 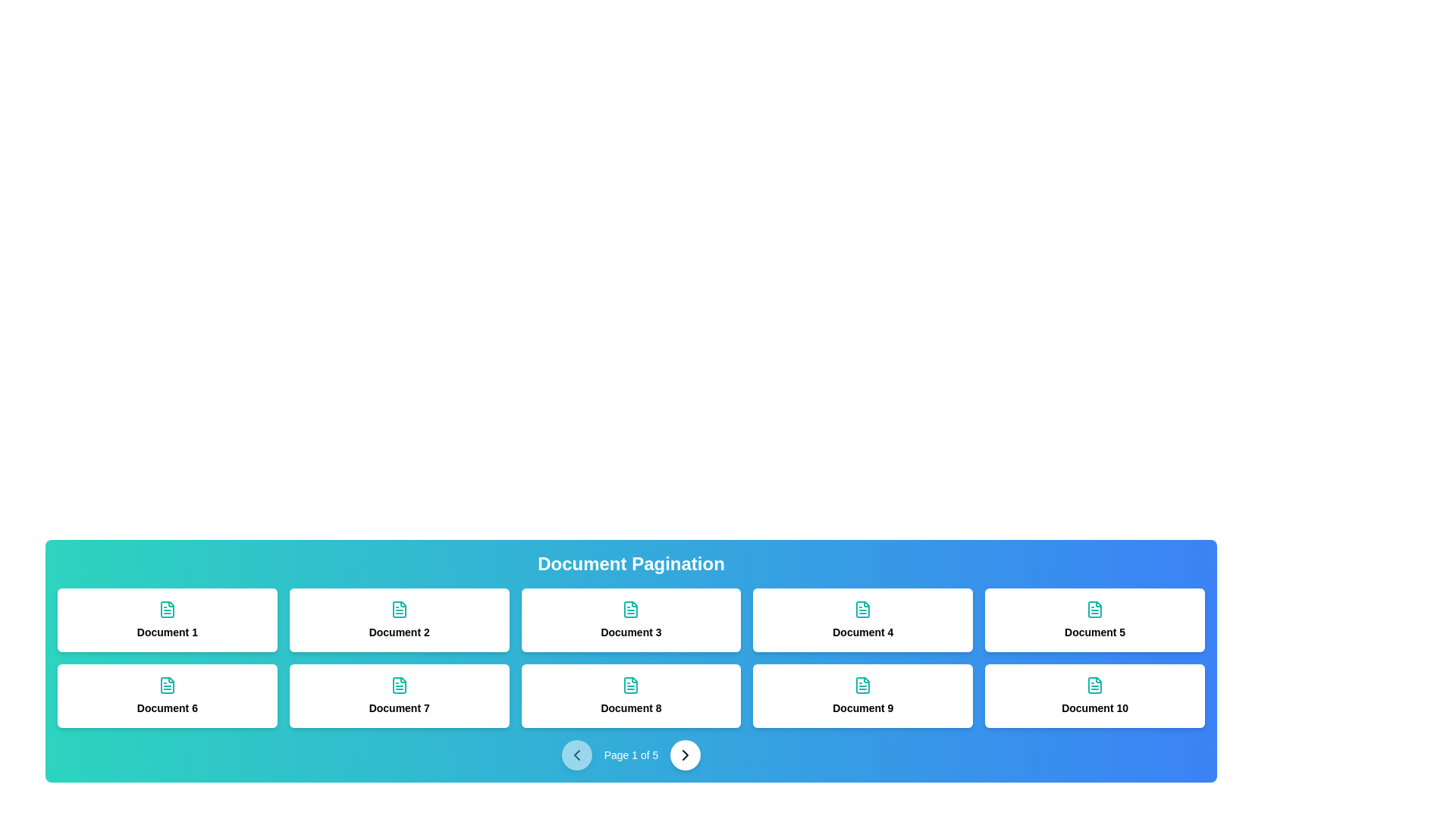 What do you see at coordinates (631, 685) in the screenshot?
I see `the 'Document 8' icon in the document grid interface, which represents a specific file or document type` at bounding box center [631, 685].